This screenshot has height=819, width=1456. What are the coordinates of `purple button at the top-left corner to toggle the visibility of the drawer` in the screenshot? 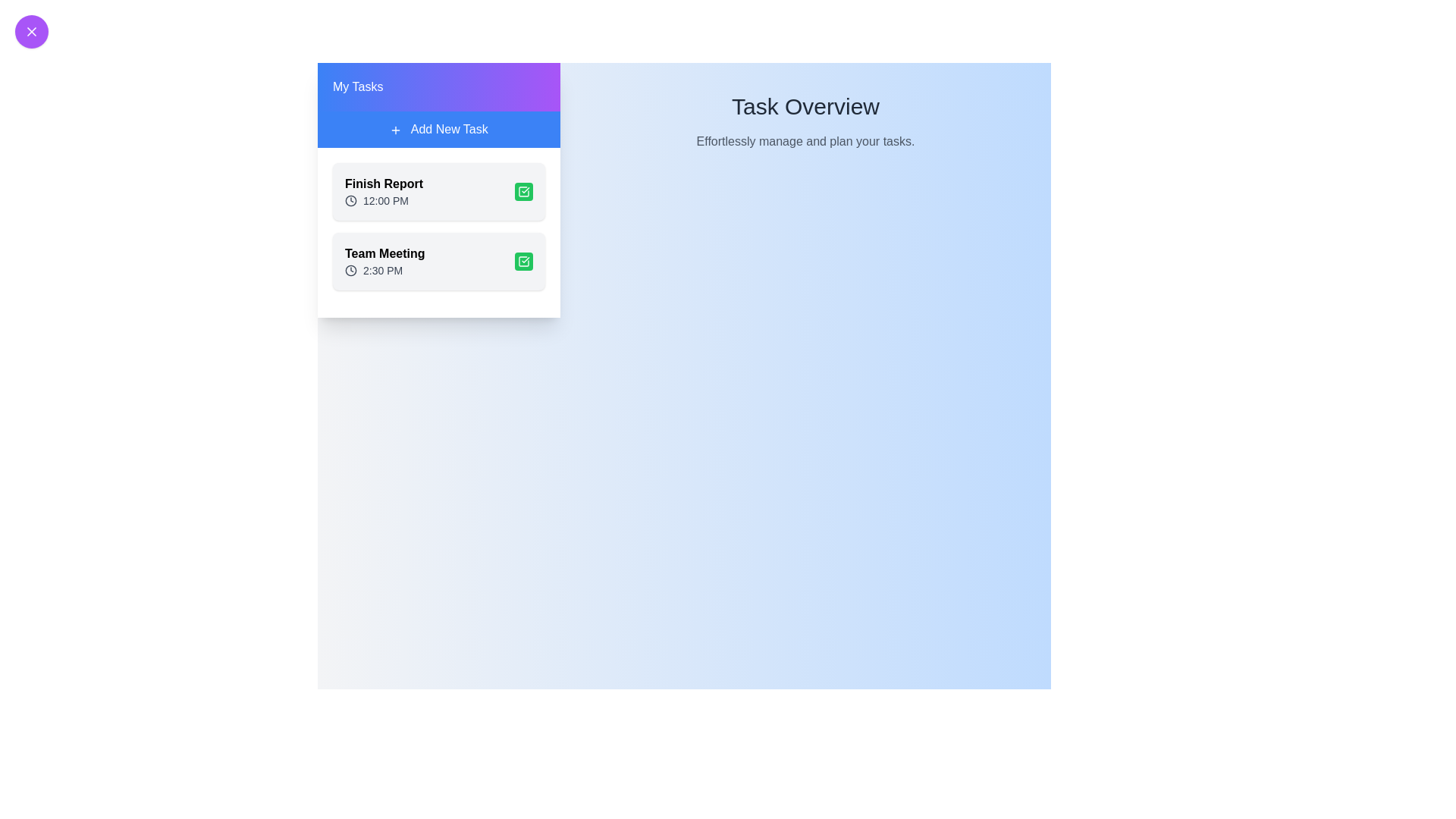 It's located at (32, 32).